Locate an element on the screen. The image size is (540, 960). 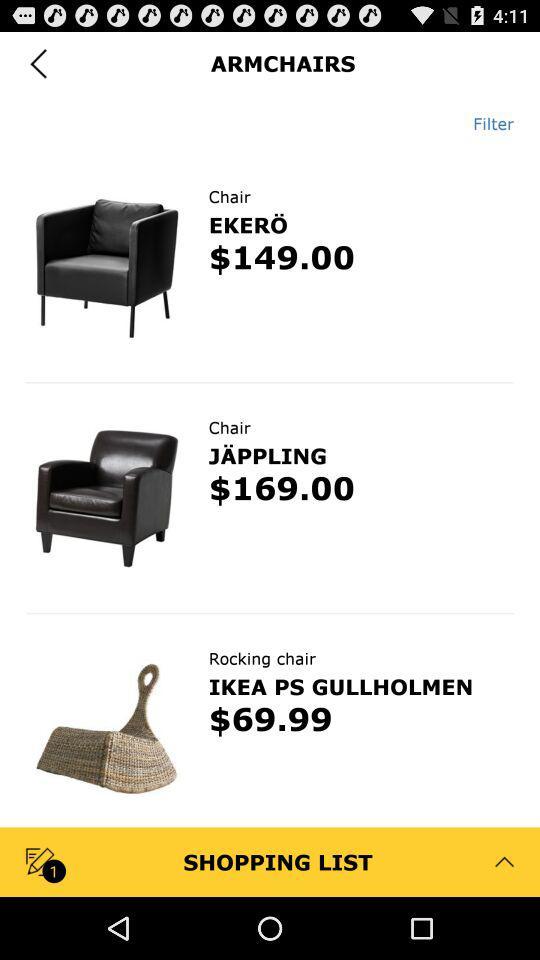
the filter is located at coordinates (485, 122).